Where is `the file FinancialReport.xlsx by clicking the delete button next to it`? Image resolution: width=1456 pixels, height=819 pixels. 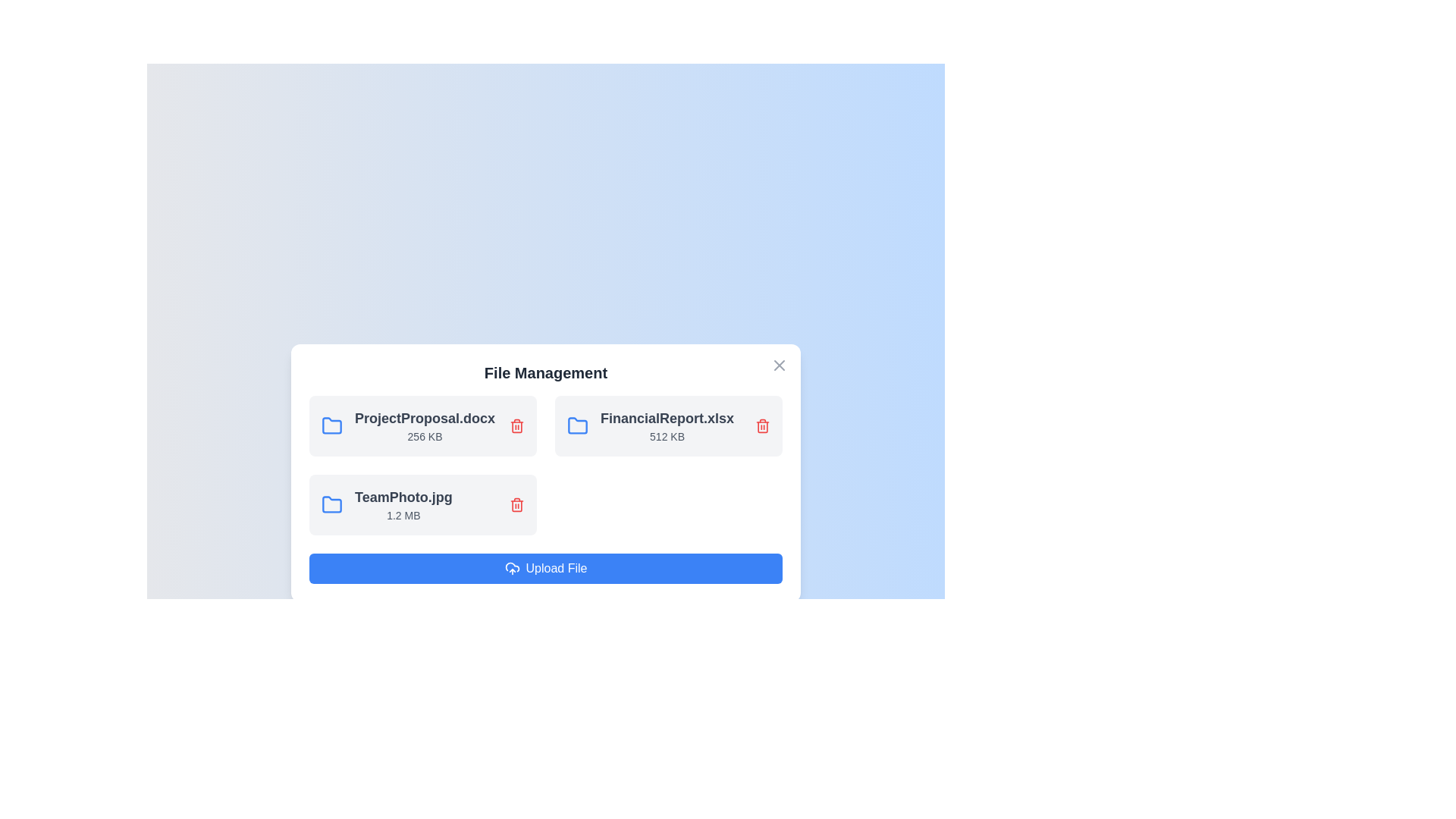
the file FinancialReport.xlsx by clicking the delete button next to it is located at coordinates (763, 426).